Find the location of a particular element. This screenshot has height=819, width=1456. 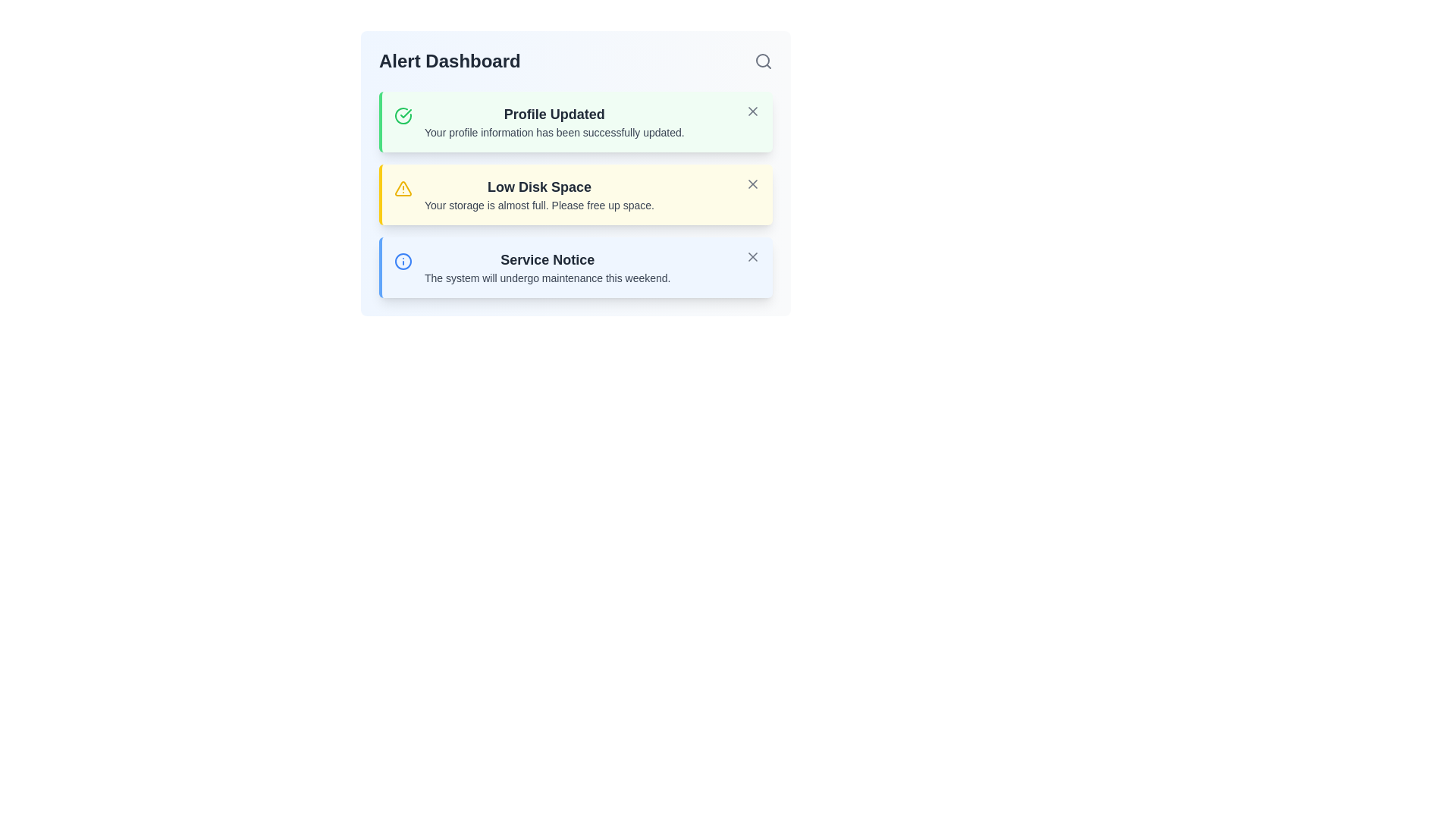

the styled heading text component located at the top of the third notification area under 'Alert Dashboard' is located at coordinates (547, 259).